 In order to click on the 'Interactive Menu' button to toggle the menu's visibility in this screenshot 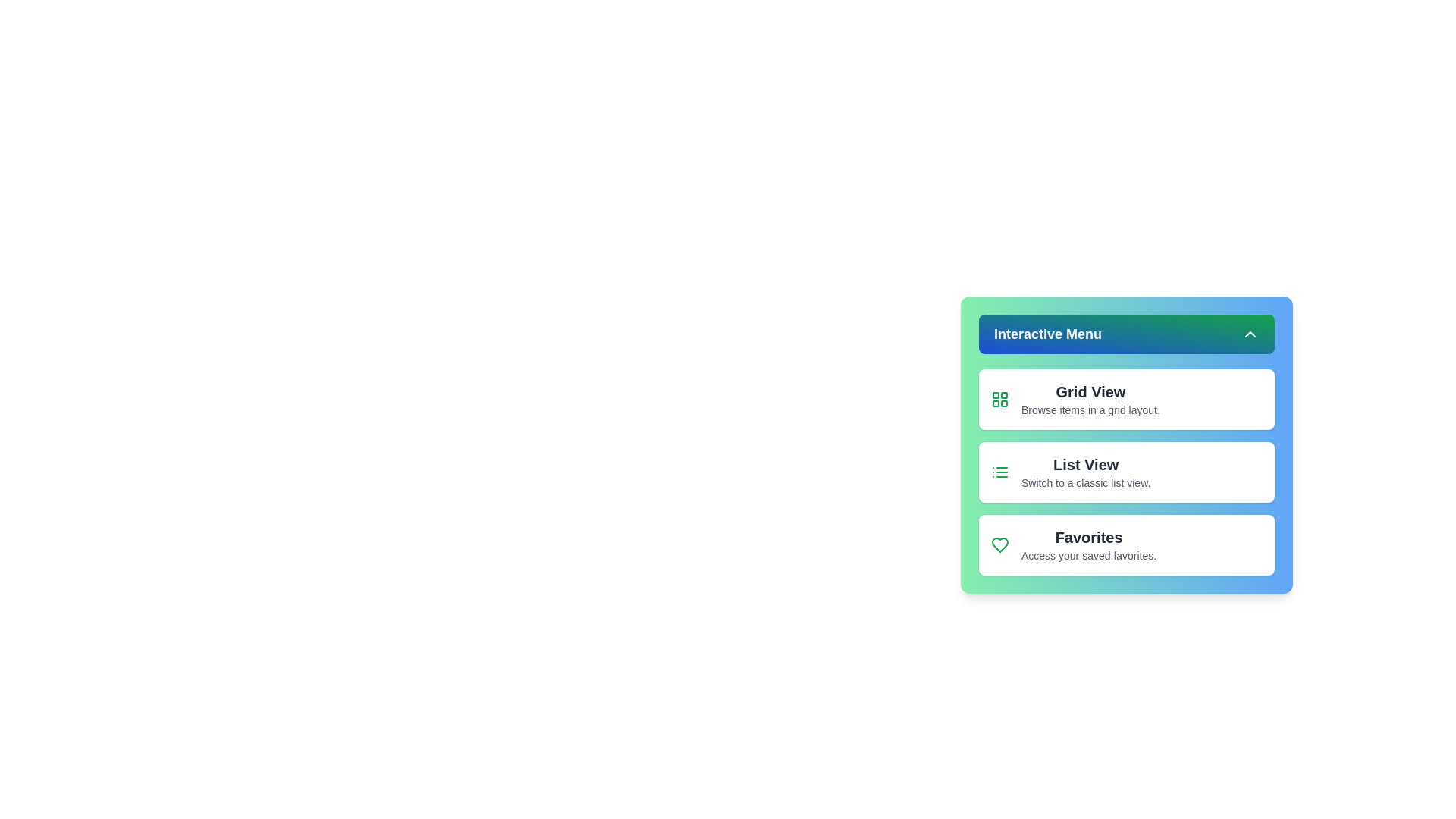, I will do `click(1127, 333)`.